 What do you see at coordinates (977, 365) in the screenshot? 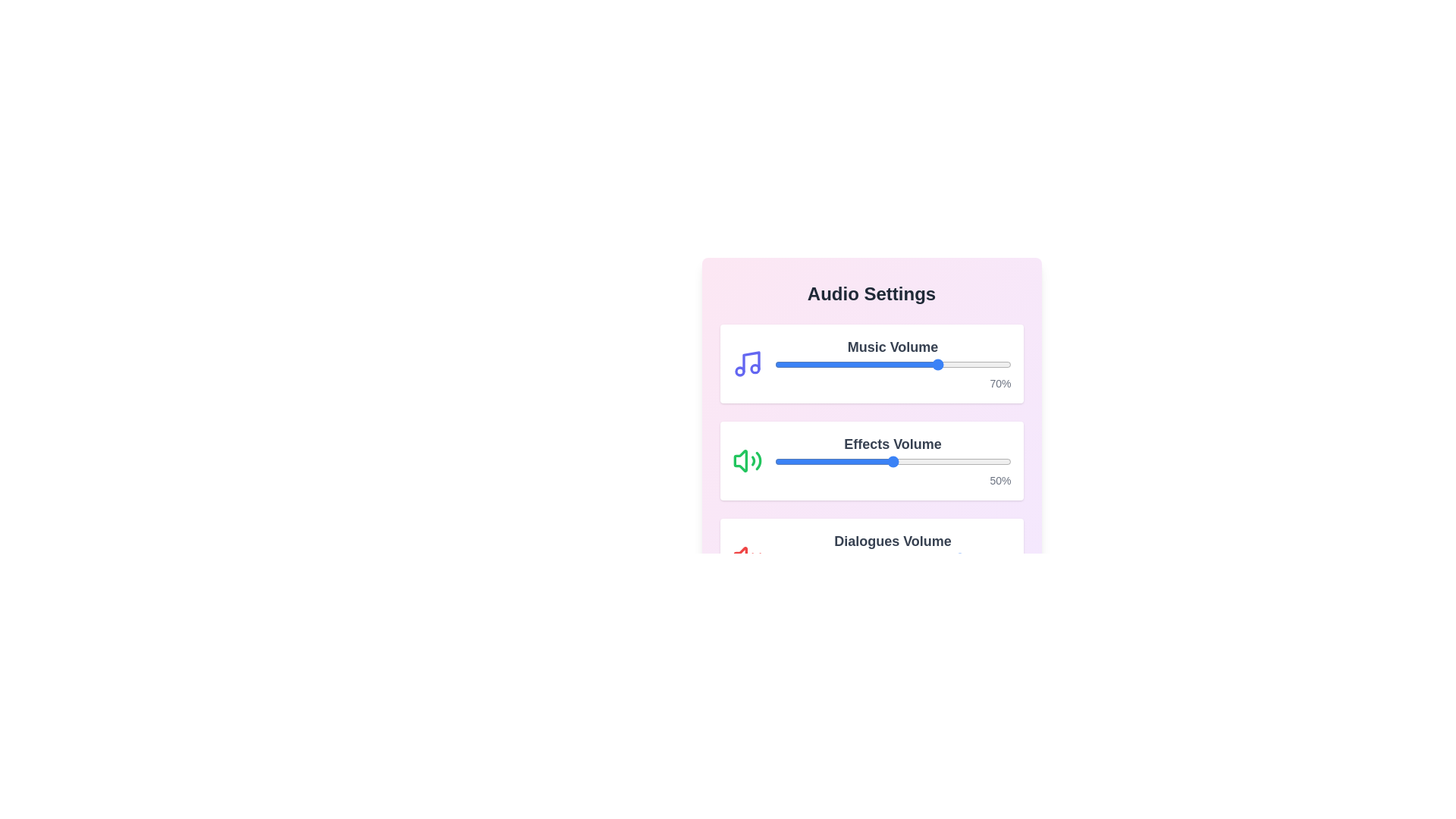
I see `the music volume slider to 86%` at bounding box center [977, 365].